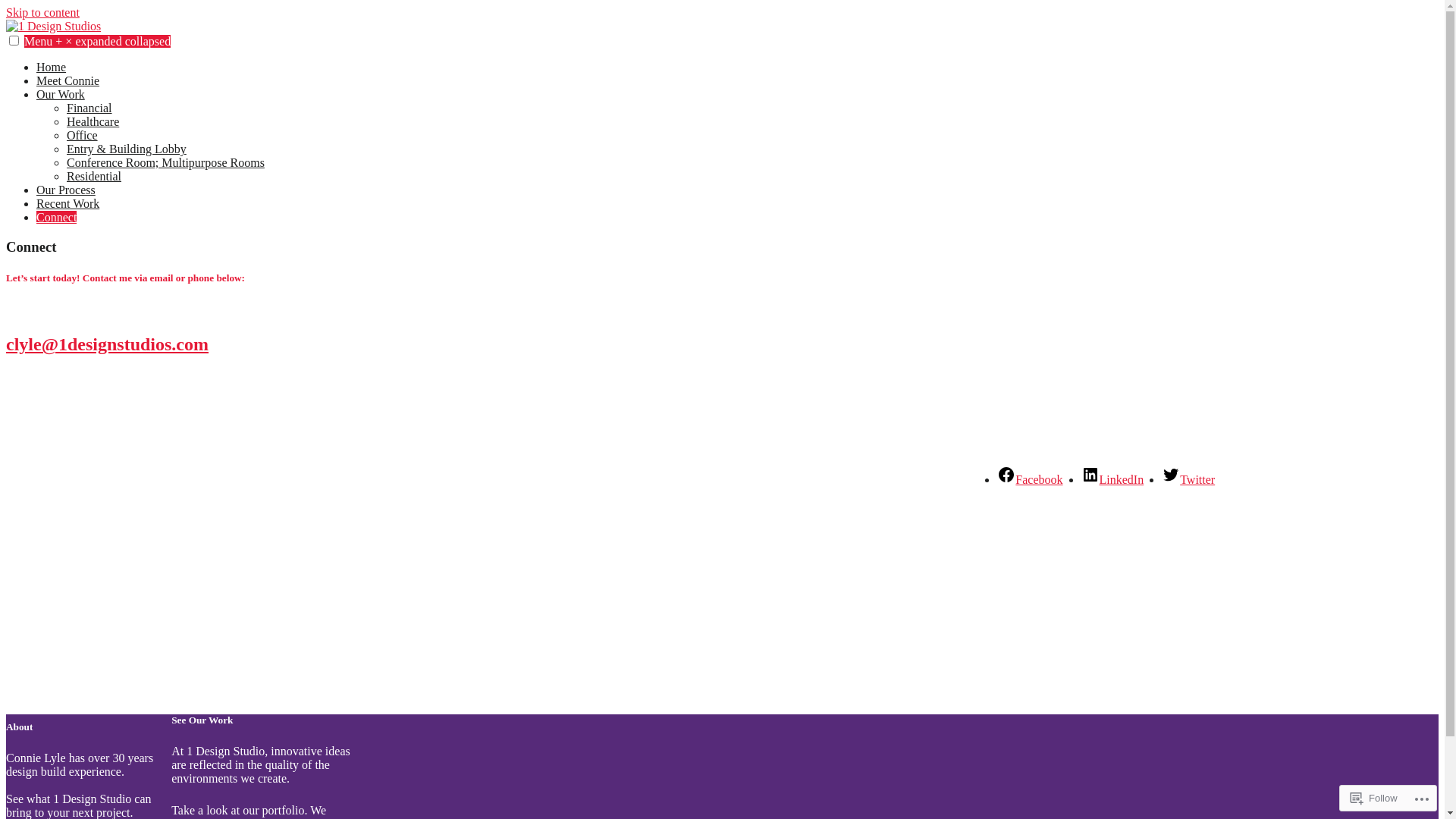 The width and height of the screenshot is (1456, 819). I want to click on 'LinkedIn', so click(1112, 479).